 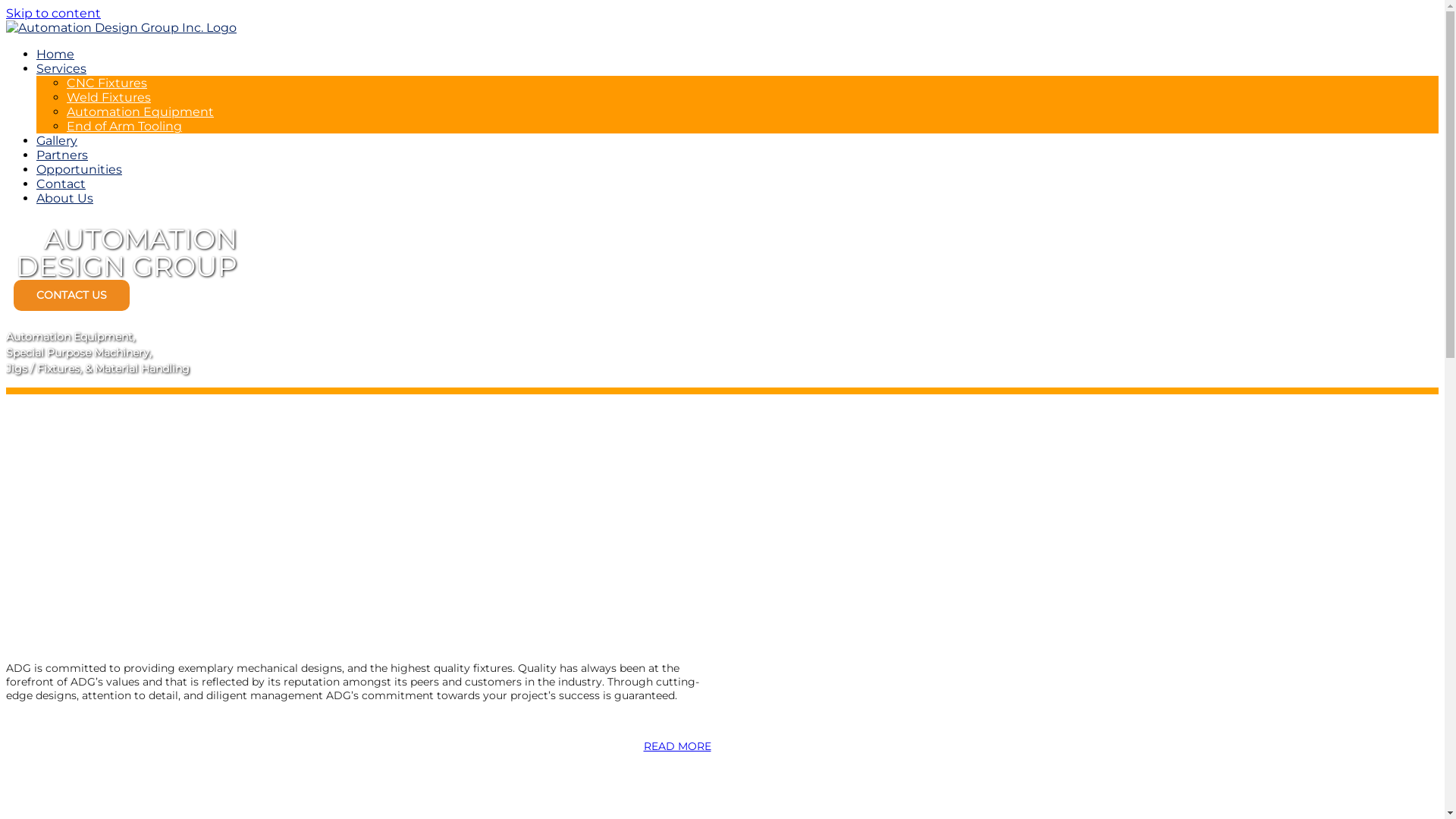 What do you see at coordinates (64, 197) in the screenshot?
I see `'About Us'` at bounding box center [64, 197].